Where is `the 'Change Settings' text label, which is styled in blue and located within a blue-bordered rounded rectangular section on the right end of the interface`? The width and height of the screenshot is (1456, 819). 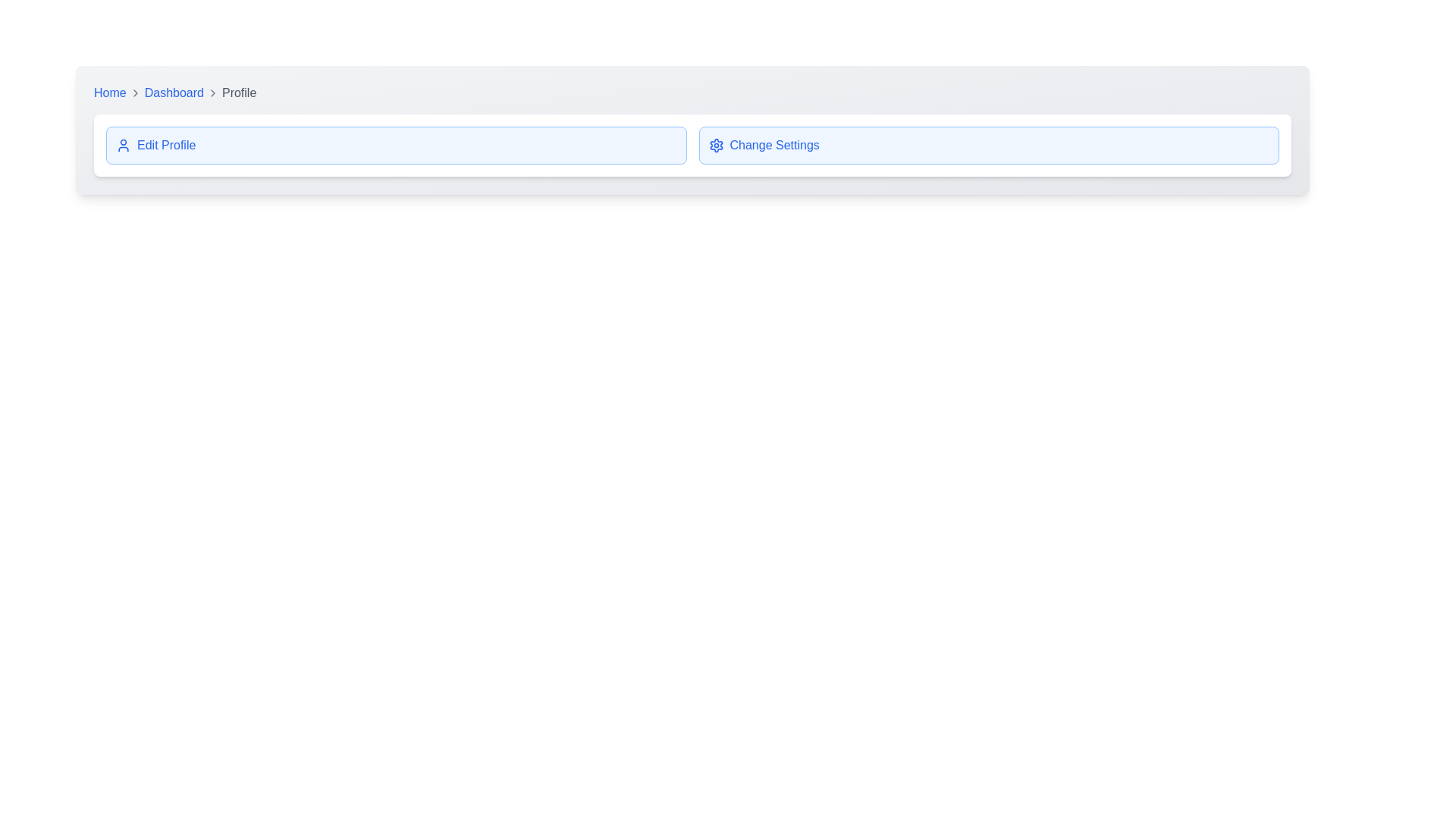
the 'Change Settings' text label, which is styled in blue and located within a blue-bordered rounded rectangular section on the right end of the interface is located at coordinates (774, 146).